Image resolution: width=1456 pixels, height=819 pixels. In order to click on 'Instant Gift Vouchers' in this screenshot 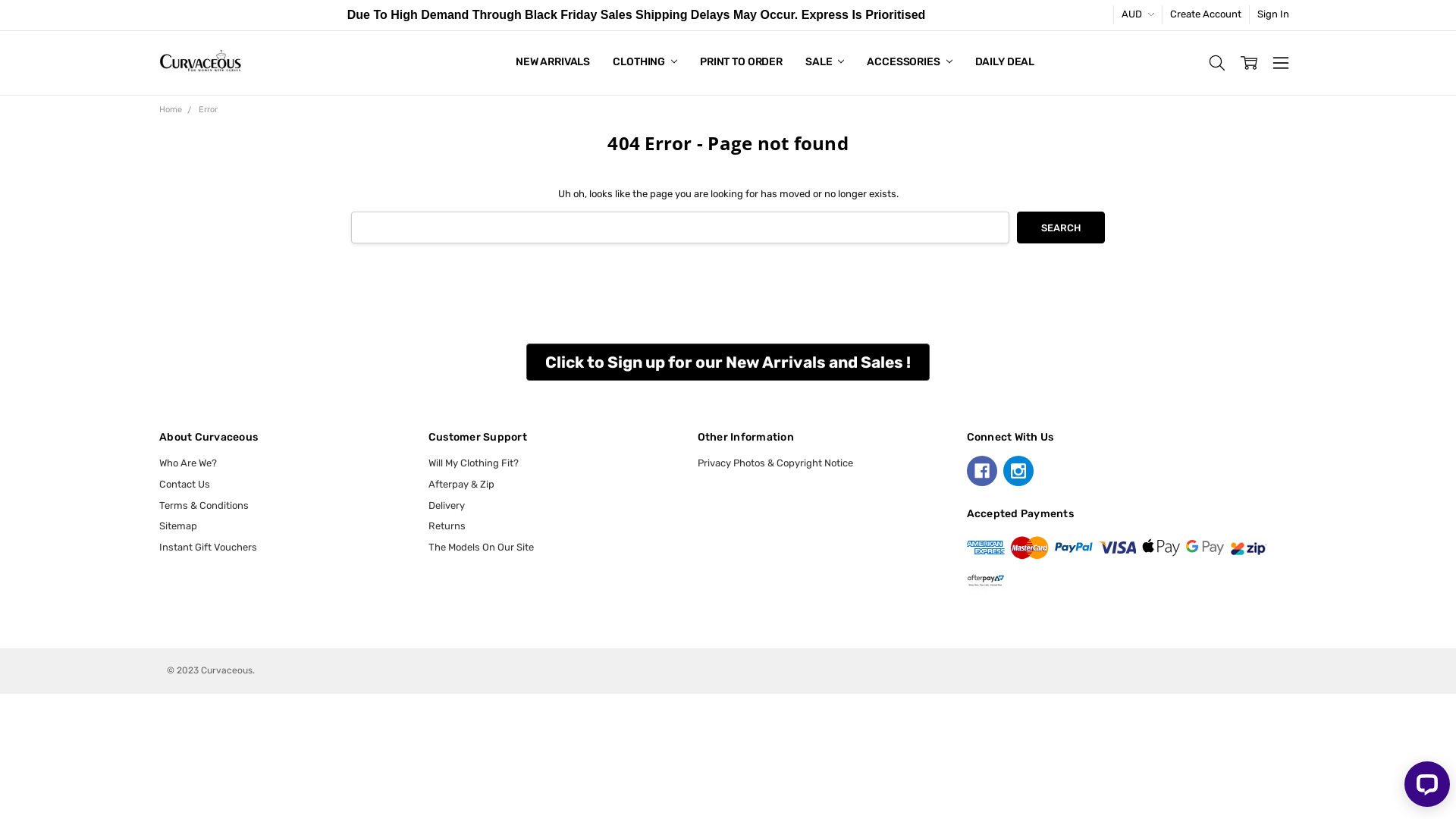, I will do `click(207, 547)`.